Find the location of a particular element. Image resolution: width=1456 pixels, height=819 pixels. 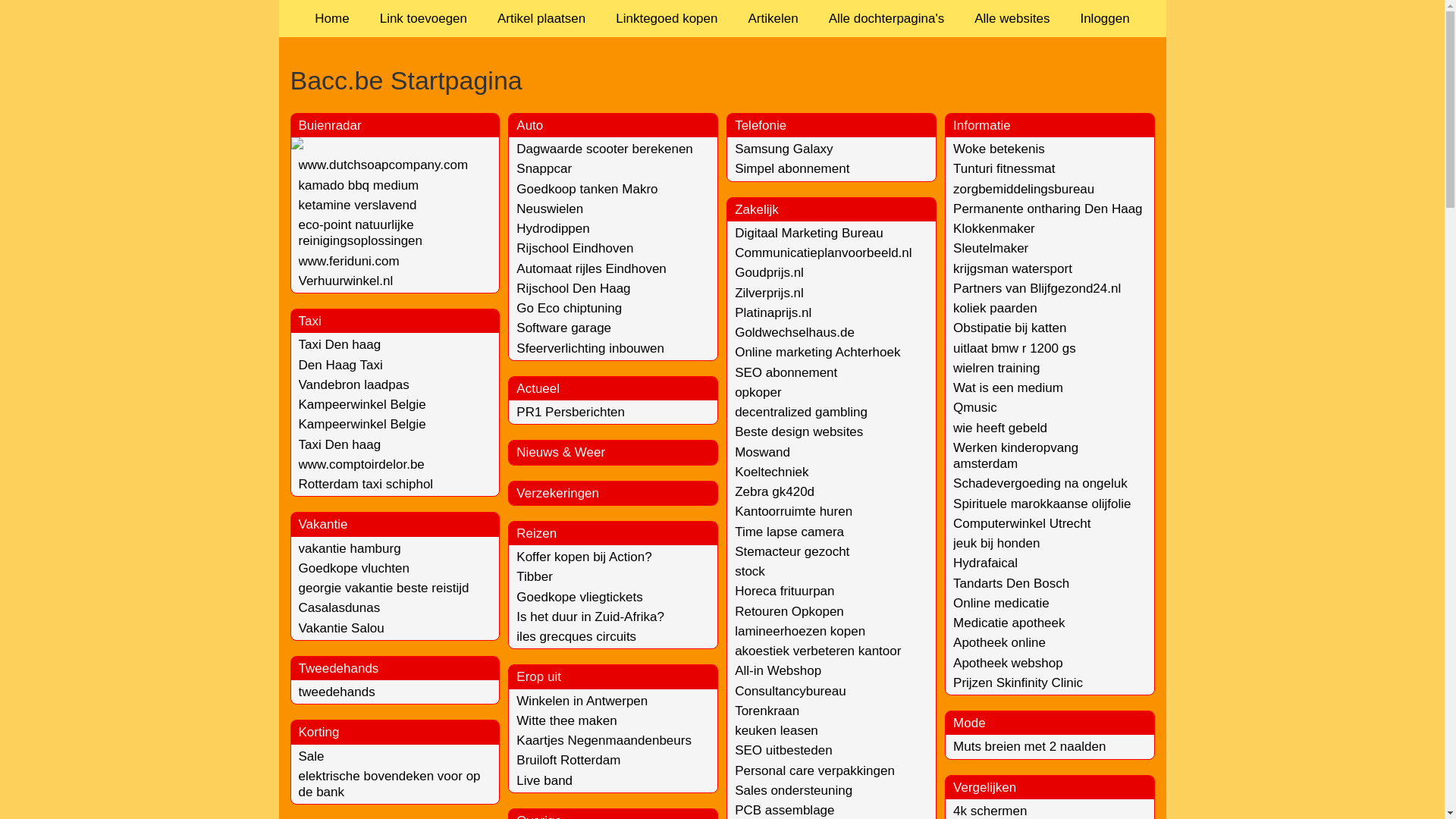

'eco-point natuurlijke reinigingsoplossingen' is located at coordinates (359, 233).